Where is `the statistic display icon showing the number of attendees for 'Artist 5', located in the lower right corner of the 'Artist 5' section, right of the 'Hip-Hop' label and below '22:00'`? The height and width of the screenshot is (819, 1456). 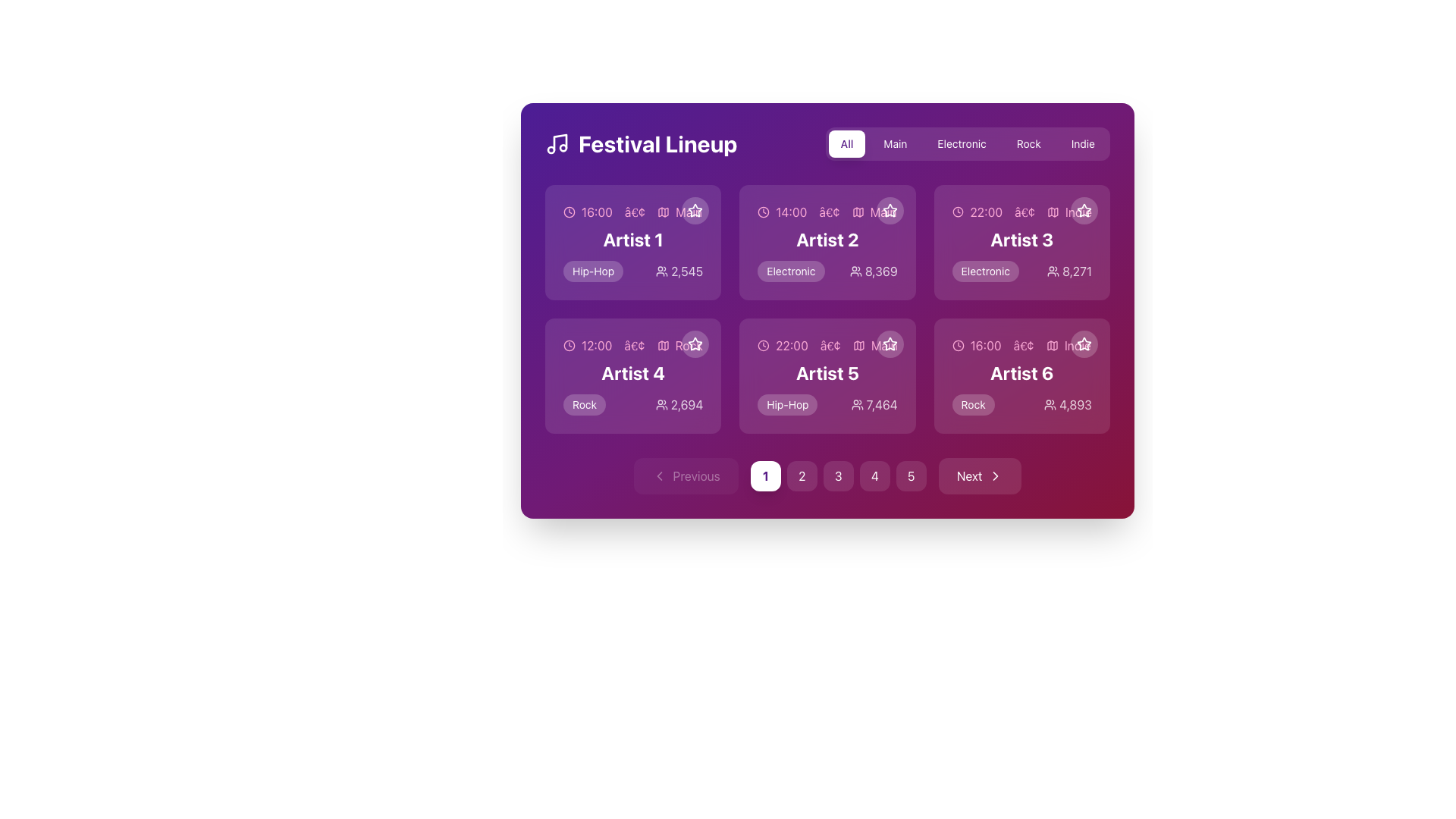
the statistic display icon showing the number of attendees for 'Artist 5', located in the lower right corner of the 'Artist 5' section, right of the 'Hip-Hop' label and below '22:00' is located at coordinates (874, 403).